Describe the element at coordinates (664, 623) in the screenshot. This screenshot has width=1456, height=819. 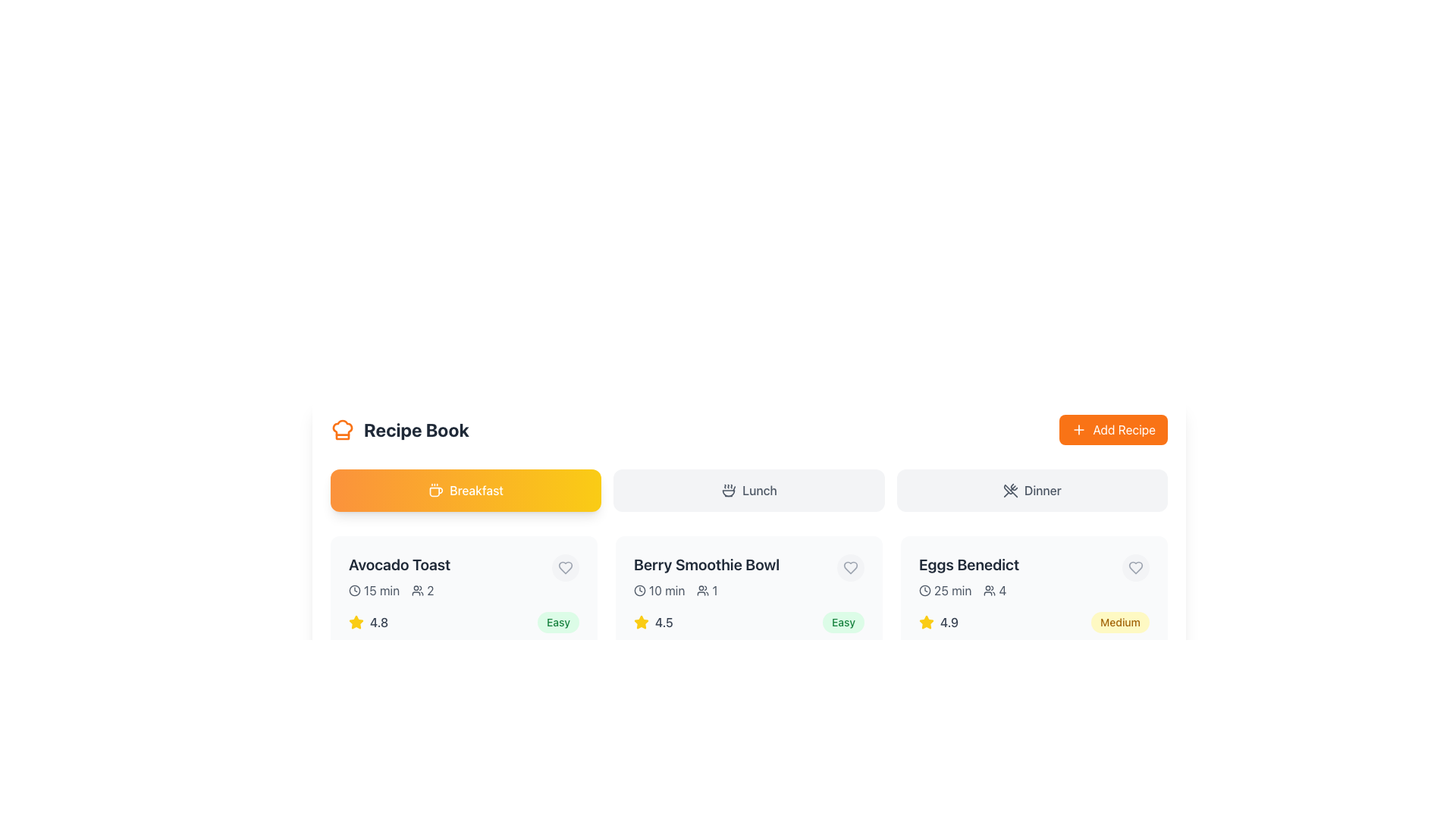
I see `the Text label that conveys the rating value for the 'Berry Smoothie Bowl' recipe, which is positioned to the right of the yellow star icon` at that location.